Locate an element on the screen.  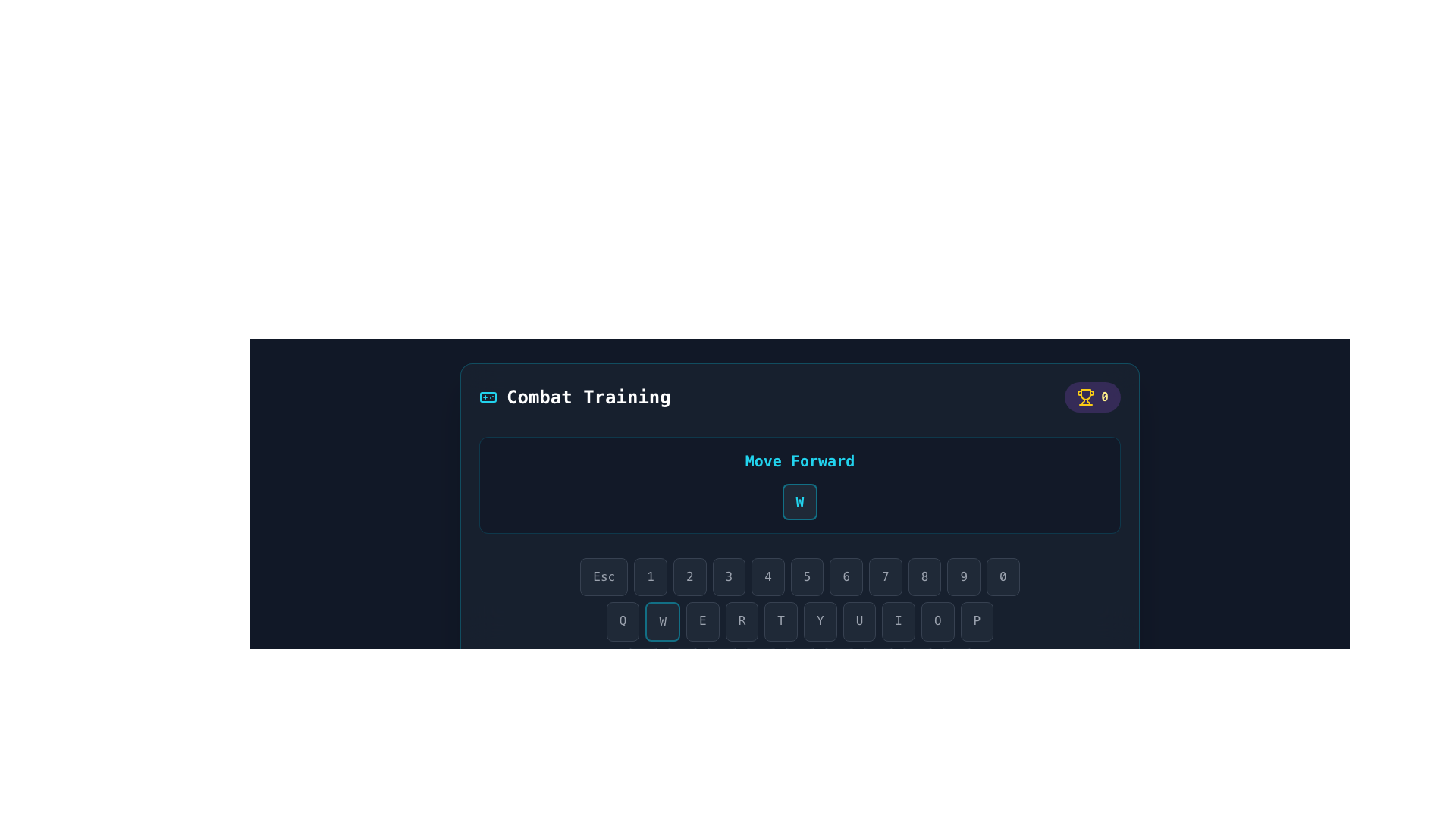
the button labeled 'T', which is the fifth button in a row of key-like buttons is located at coordinates (781, 622).